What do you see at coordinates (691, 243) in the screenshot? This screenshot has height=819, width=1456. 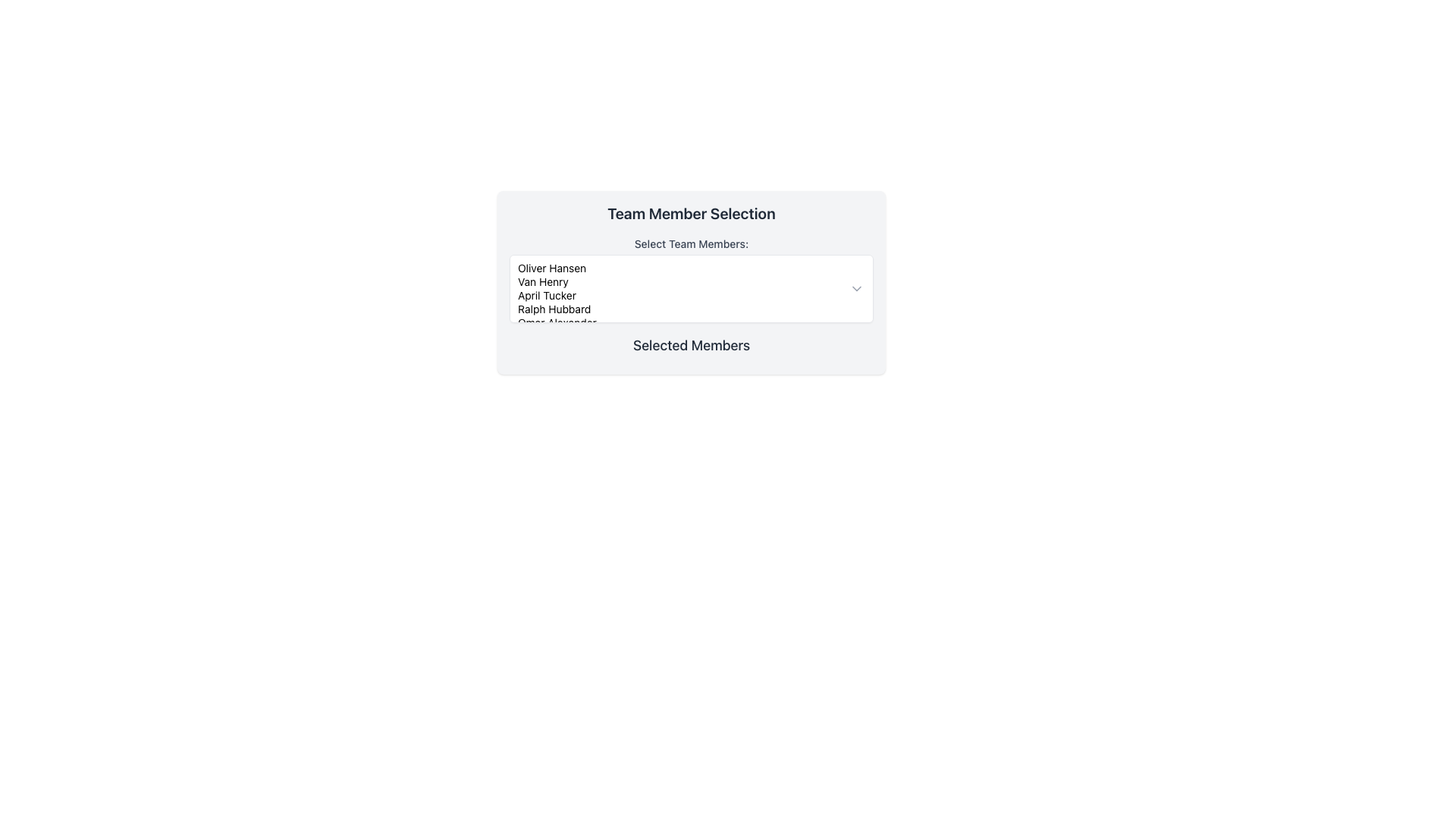 I see `the label that informs the user about the dropdown menu for selecting team members, located above the dropdown list` at bounding box center [691, 243].